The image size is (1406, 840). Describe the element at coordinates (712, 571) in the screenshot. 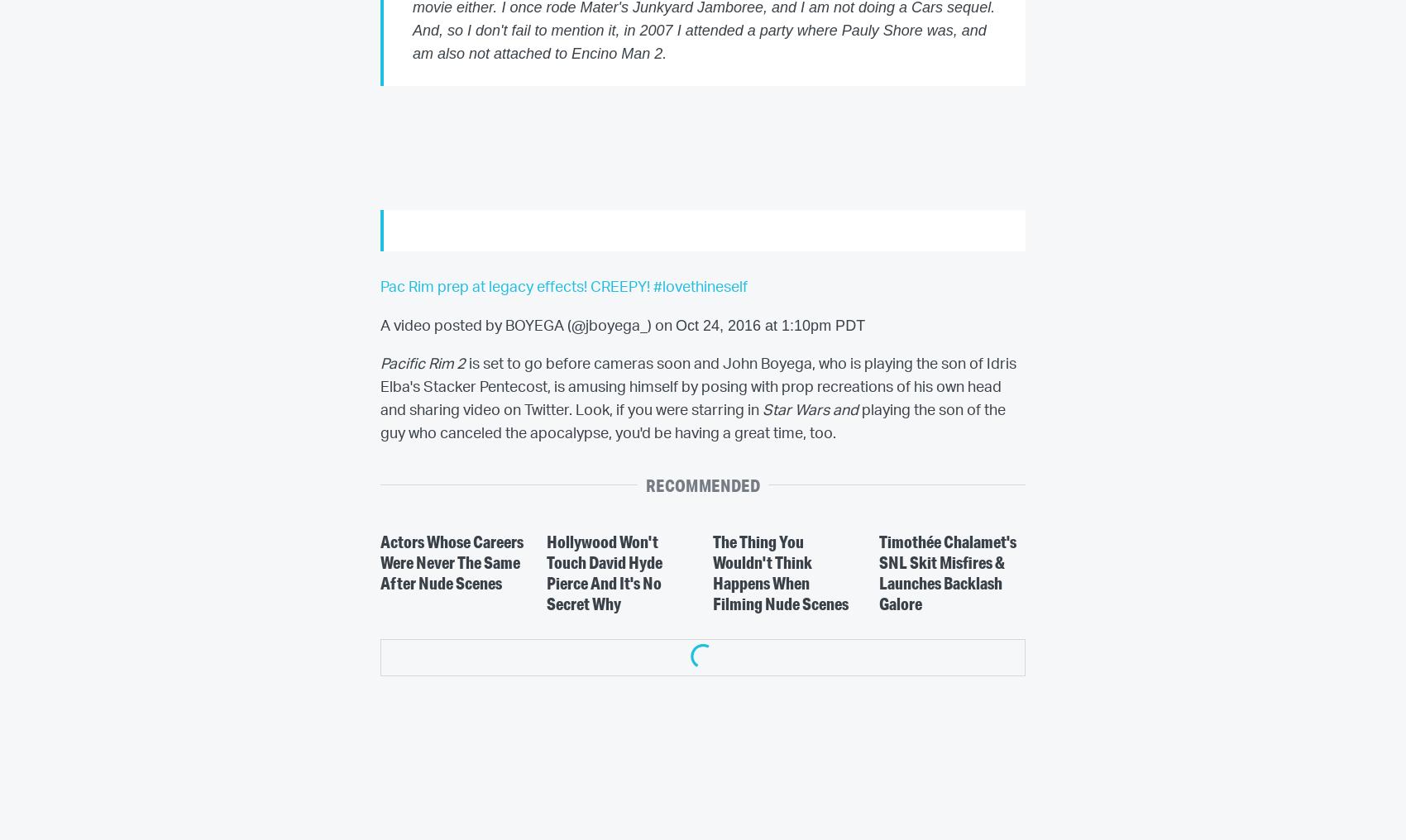

I see `'The Thing You Wouldn't Think Happens When Filming Nude Scenes'` at that location.